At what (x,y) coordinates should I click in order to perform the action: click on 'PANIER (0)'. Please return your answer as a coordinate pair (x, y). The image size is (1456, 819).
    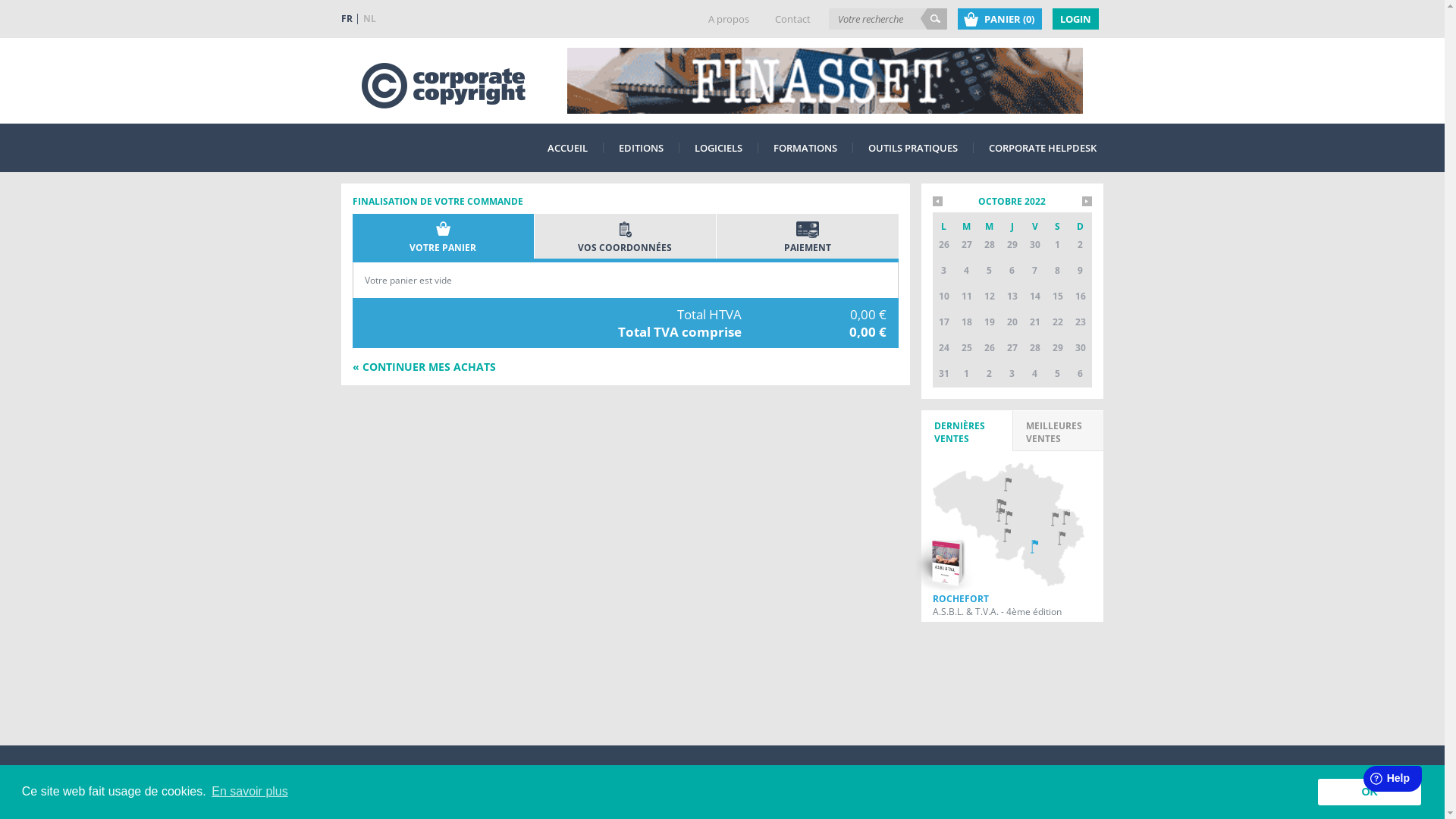
    Looking at the image, I should click on (999, 18).